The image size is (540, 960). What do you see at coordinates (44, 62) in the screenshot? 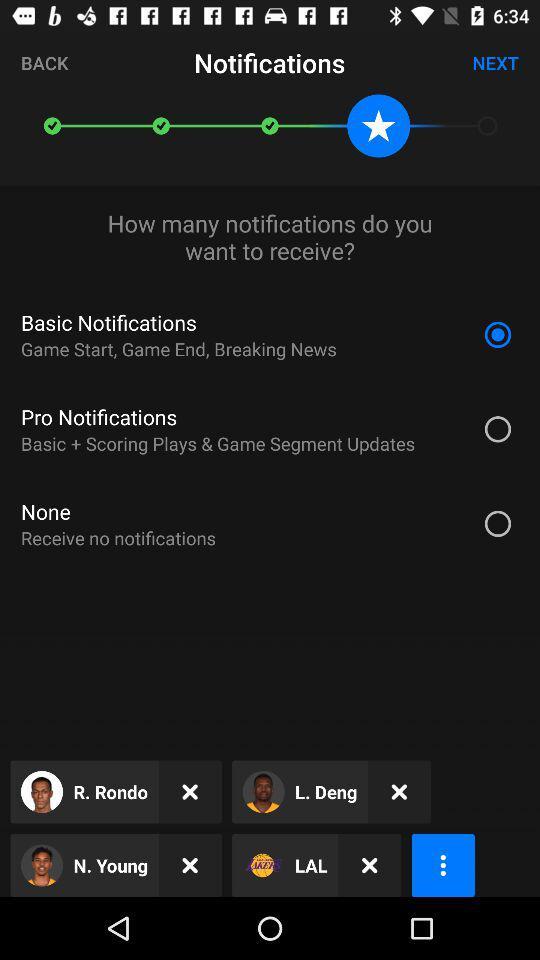
I see `icon at the top left corner` at bounding box center [44, 62].